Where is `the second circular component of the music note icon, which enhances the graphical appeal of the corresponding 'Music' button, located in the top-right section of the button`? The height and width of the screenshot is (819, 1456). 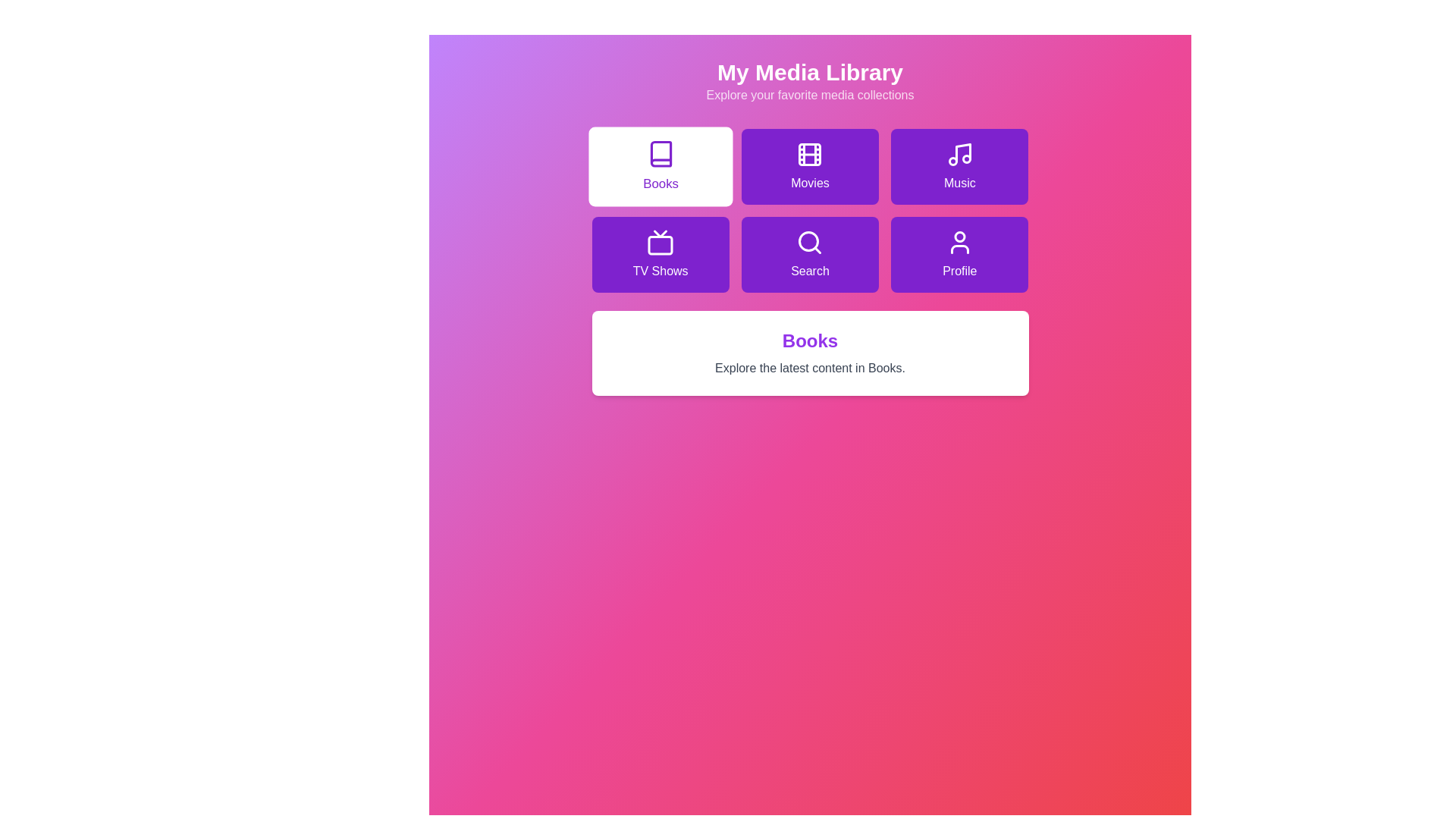 the second circular component of the music note icon, which enhances the graphical appeal of the corresponding 'Music' button, located in the top-right section of the button is located at coordinates (965, 158).